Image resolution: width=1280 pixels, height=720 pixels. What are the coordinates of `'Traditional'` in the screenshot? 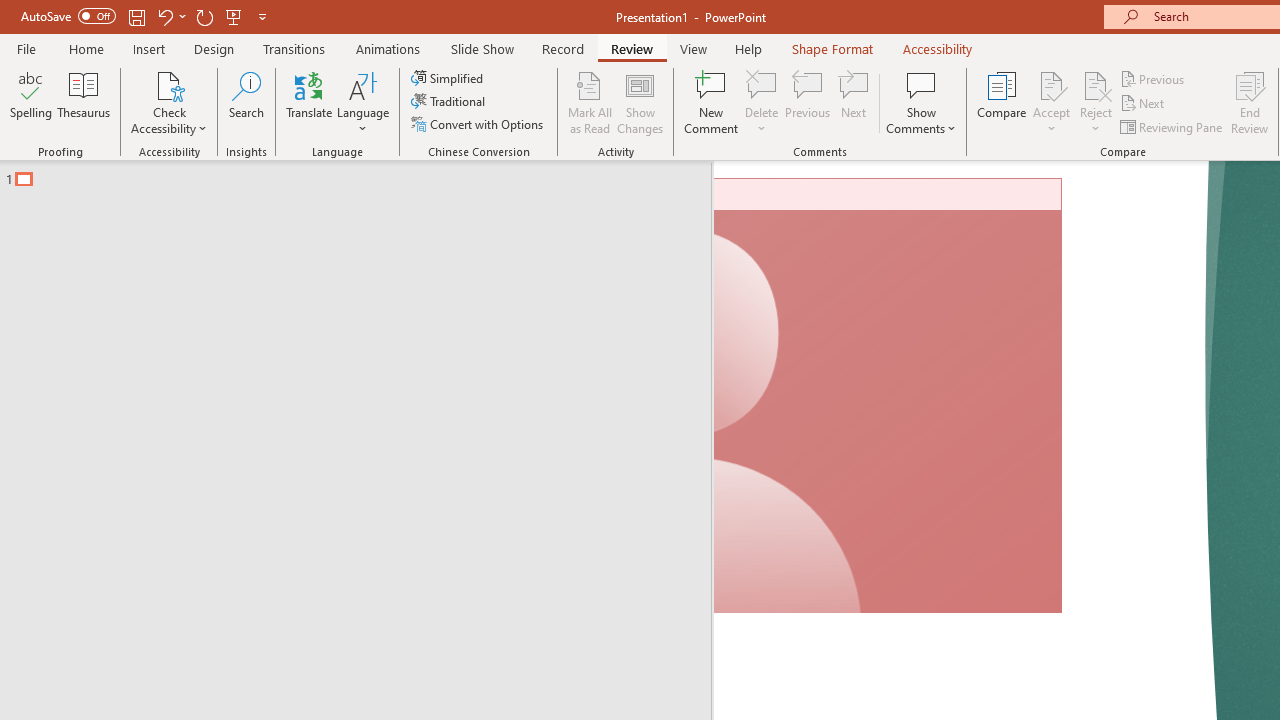 It's located at (448, 101).